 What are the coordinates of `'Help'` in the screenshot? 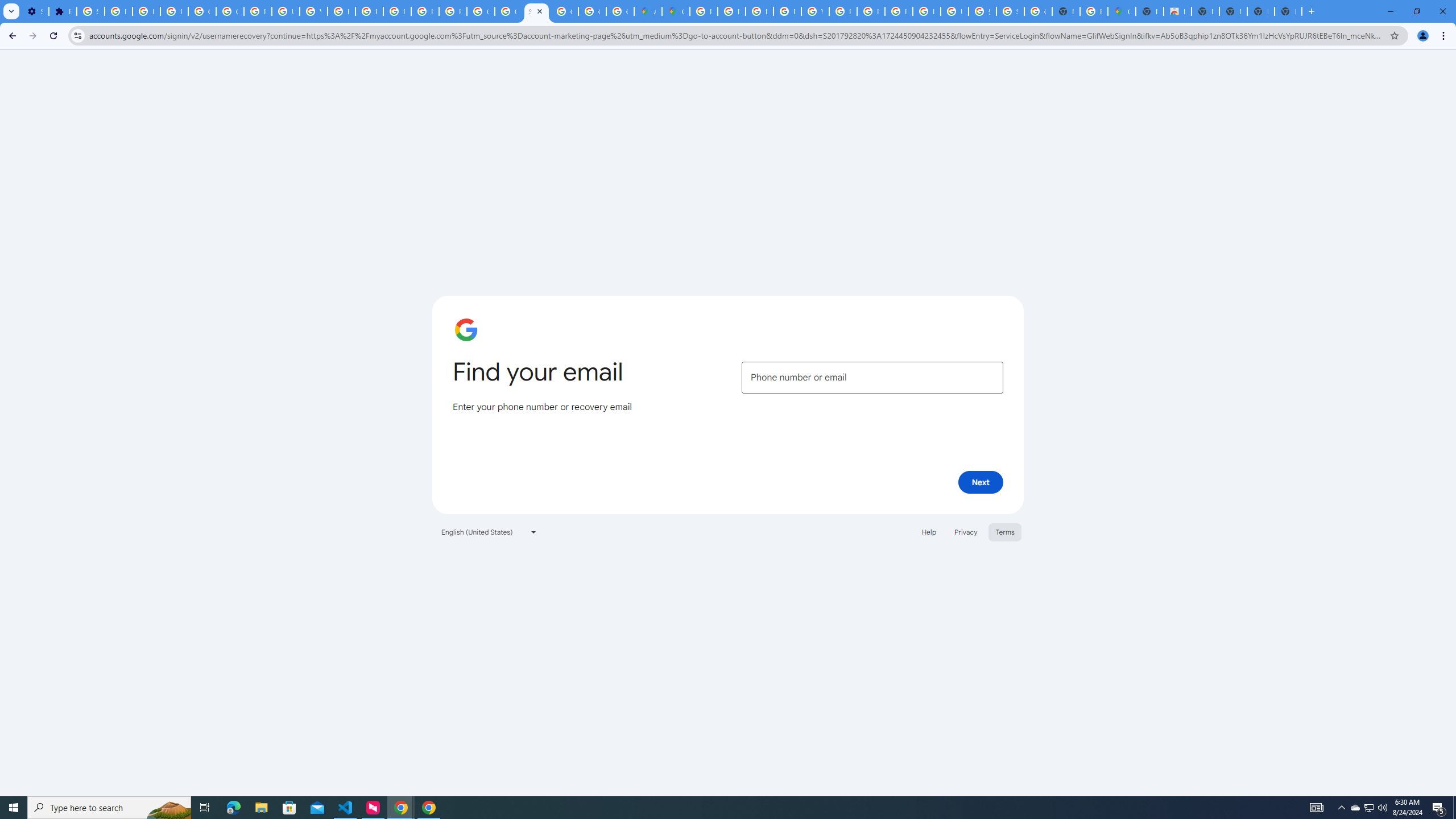 It's located at (928, 531).